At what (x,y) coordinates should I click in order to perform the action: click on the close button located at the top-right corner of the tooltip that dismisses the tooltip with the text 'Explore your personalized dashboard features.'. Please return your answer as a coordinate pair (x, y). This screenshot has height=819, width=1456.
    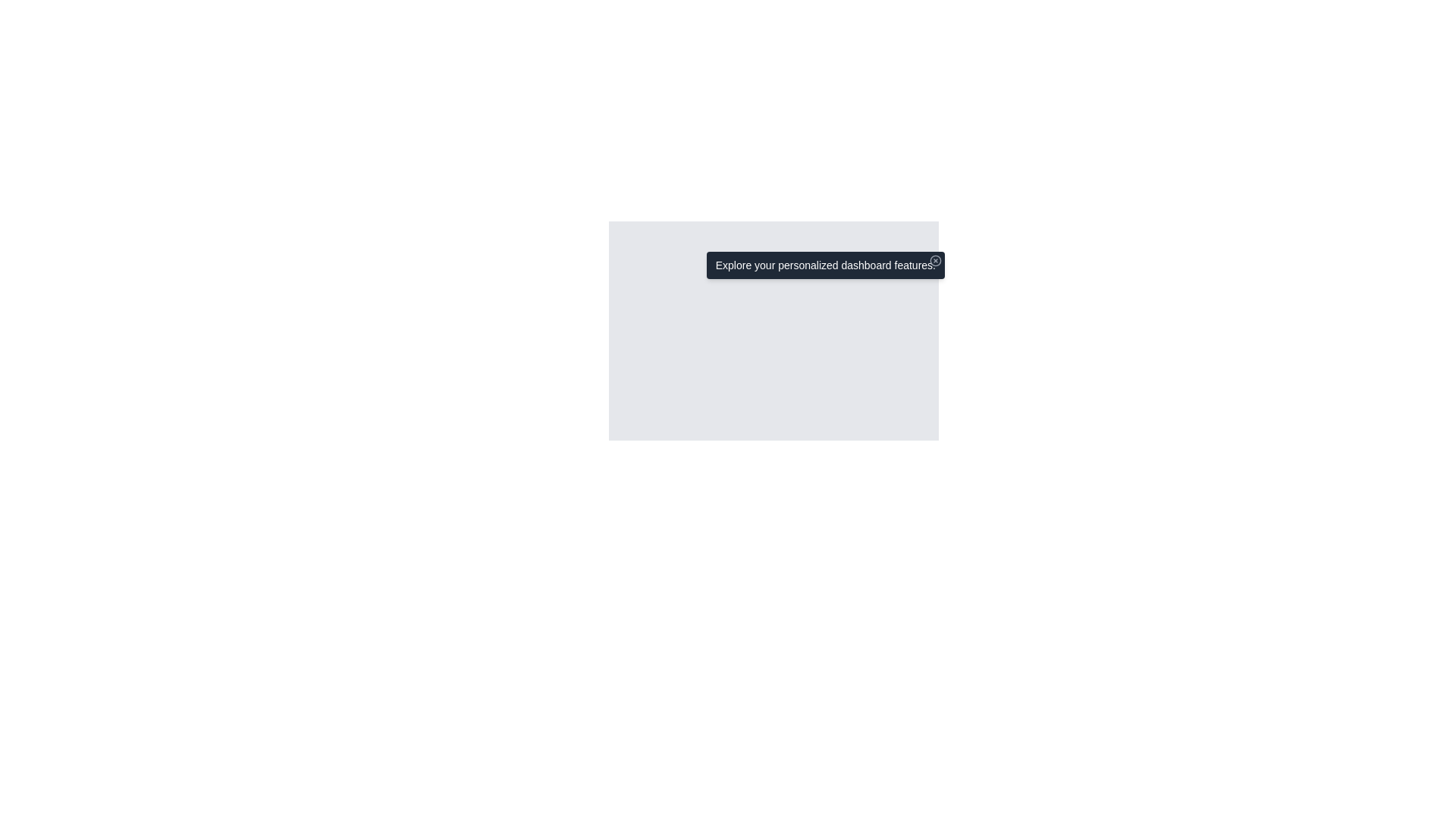
    Looking at the image, I should click on (934, 259).